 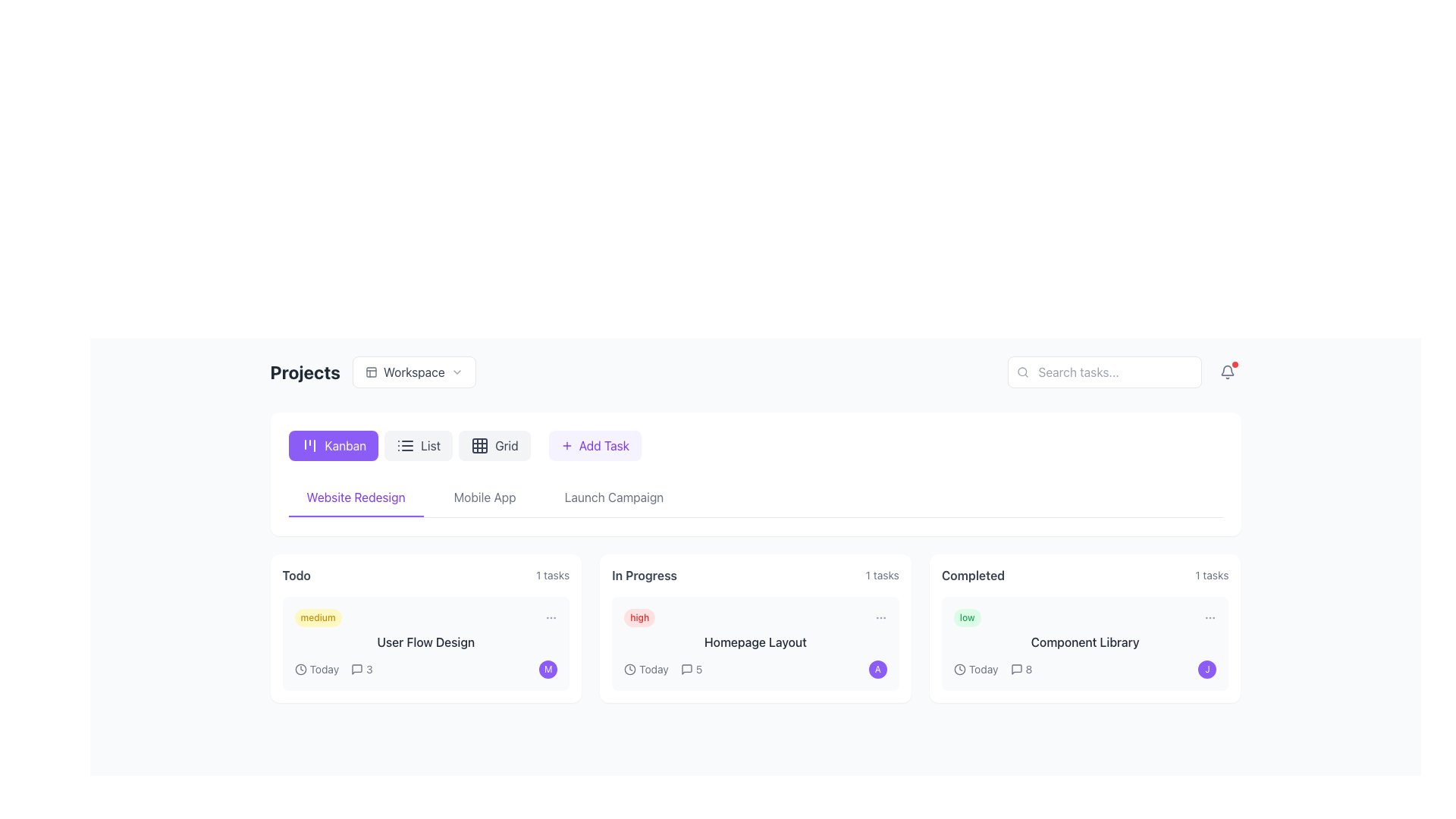 What do you see at coordinates (414, 372) in the screenshot?
I see `the 'Workspace' dropdown menu trigger button, which features a panel layout icon, bold text, and a downward chevron icon` at bounding box center [414, 372].